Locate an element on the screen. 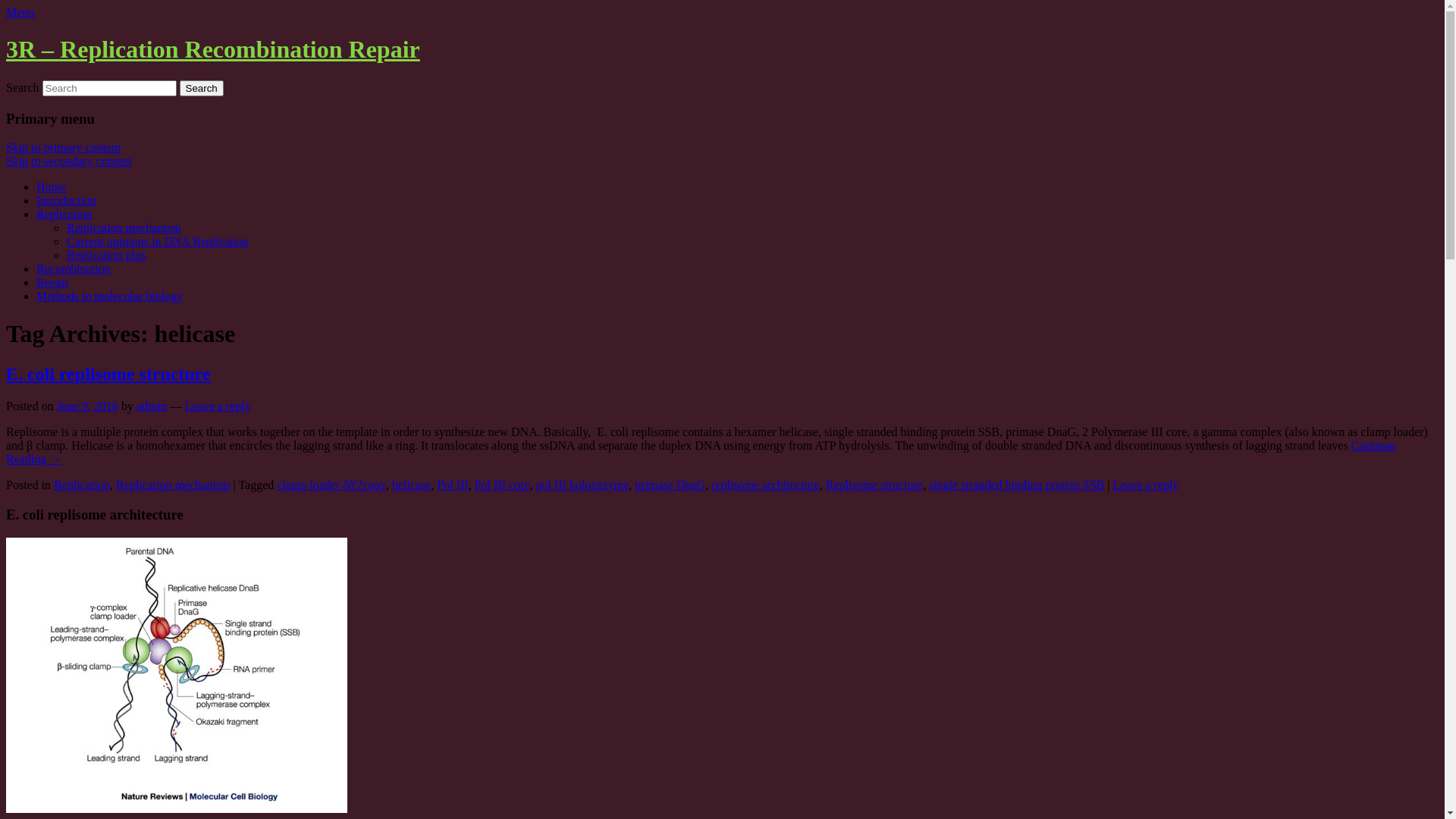 The image size is (1456, 819). 'helicase' is located at coordinates (411, 485).